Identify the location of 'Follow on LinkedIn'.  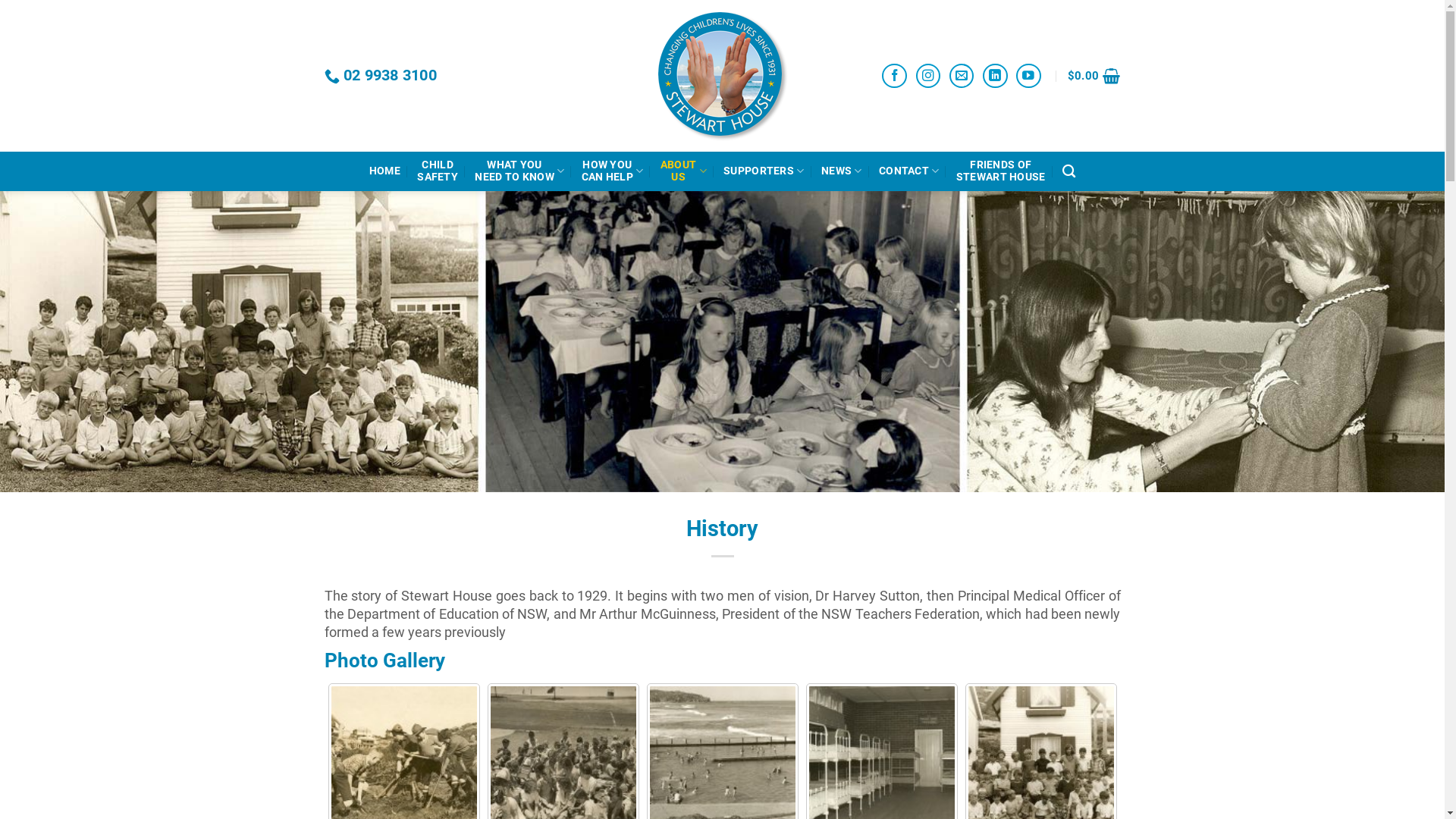
(983, 76).